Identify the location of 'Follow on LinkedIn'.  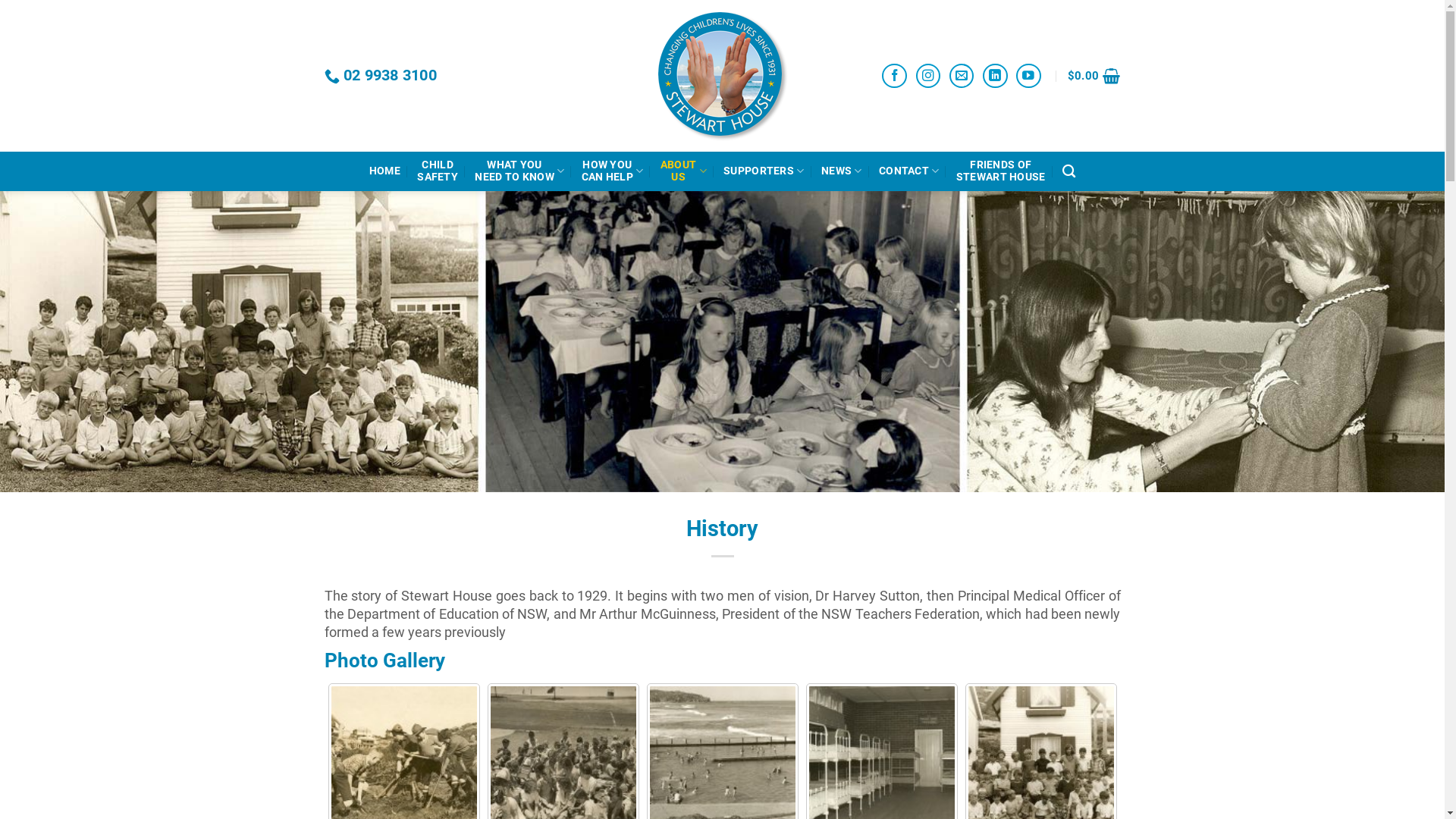
(983, 76).